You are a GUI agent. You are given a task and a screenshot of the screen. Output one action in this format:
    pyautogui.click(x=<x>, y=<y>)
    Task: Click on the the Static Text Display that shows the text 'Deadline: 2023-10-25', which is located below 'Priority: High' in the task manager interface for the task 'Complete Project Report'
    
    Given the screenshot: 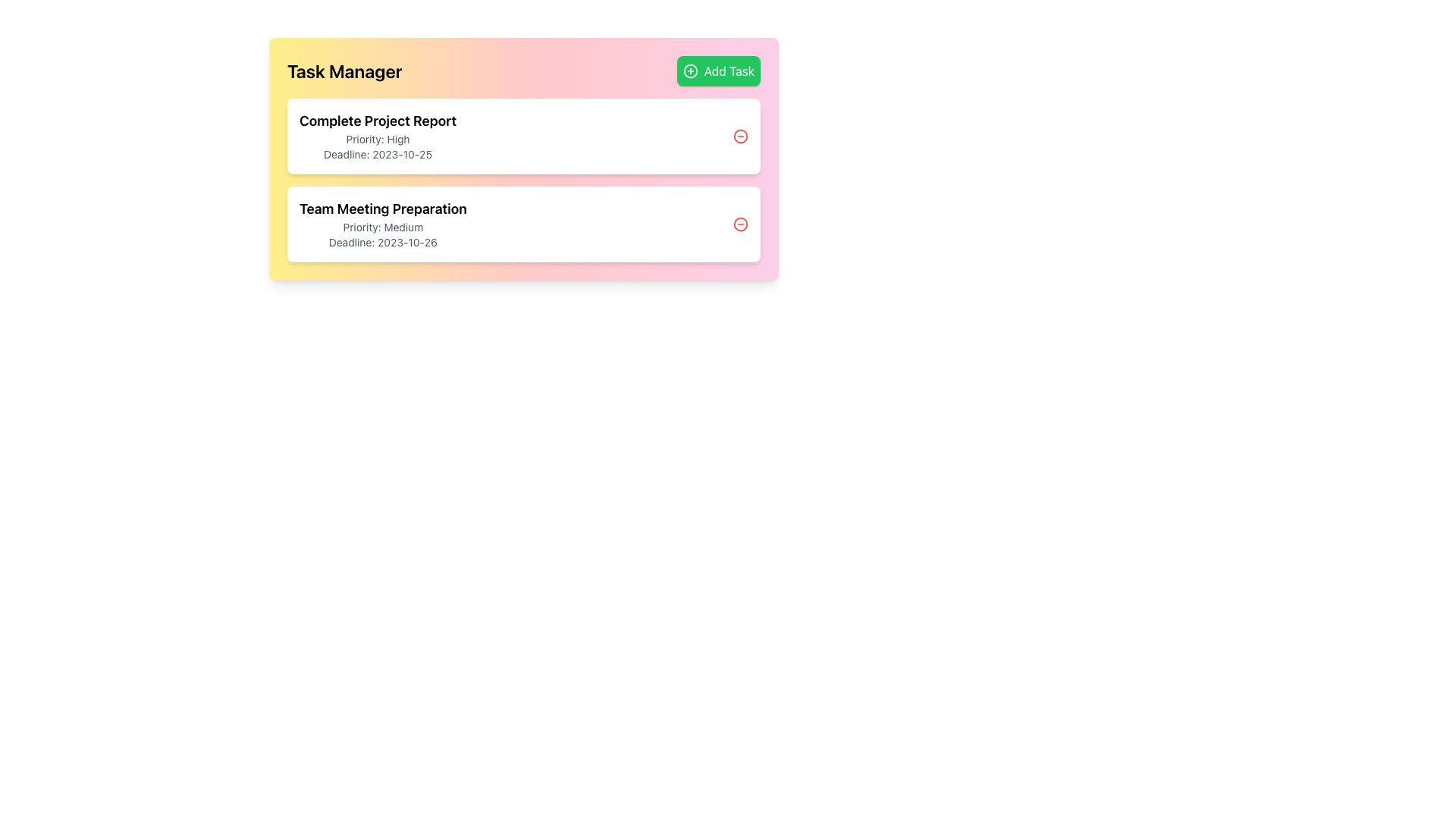 What is the action you would take?
    pyautogui.click(x=378, y=155)
    